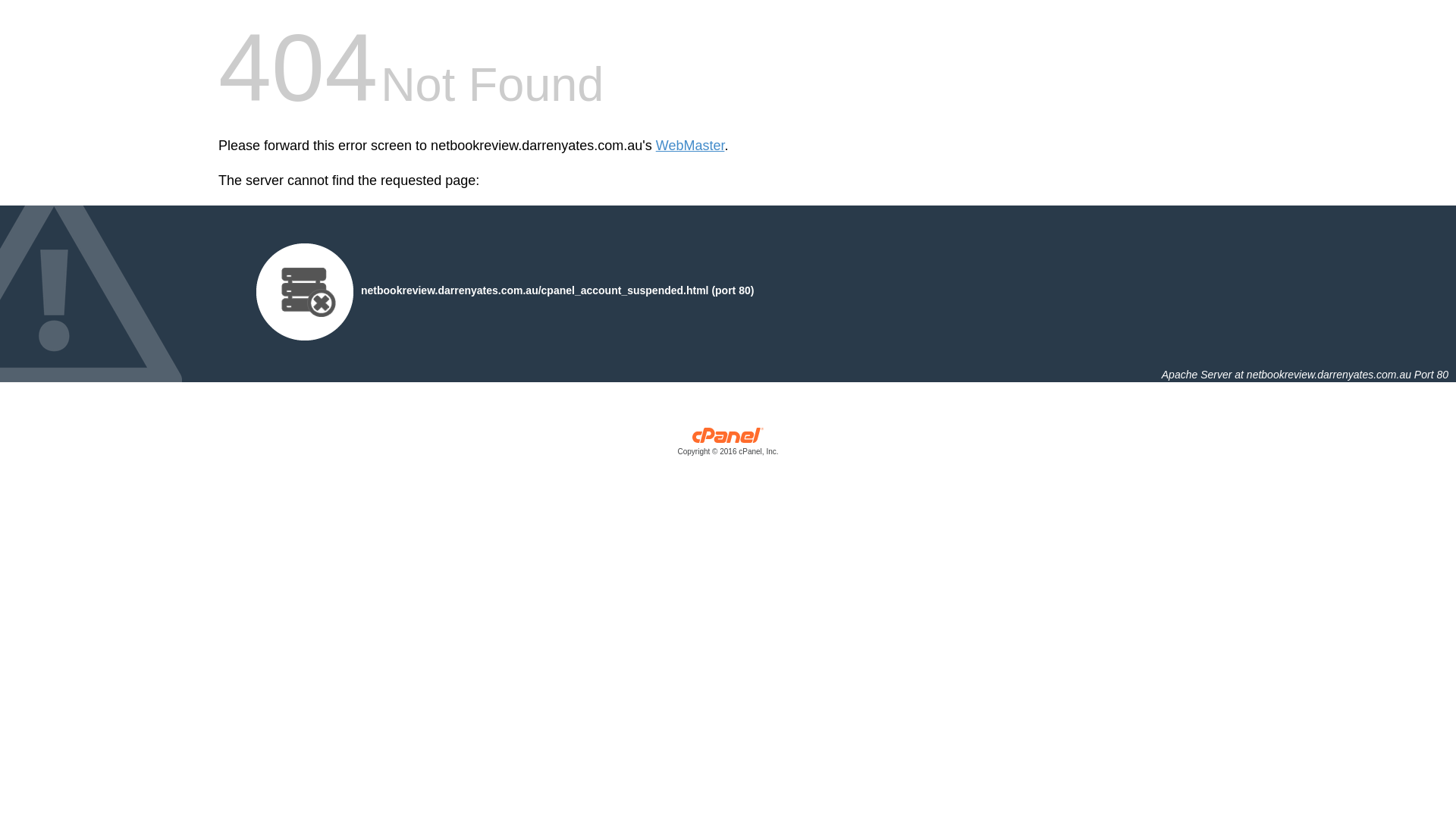  What do you see at coordinates (689, 146) in the screenshot?
I see `'WebMaster'` at bounding box center [689, 146].